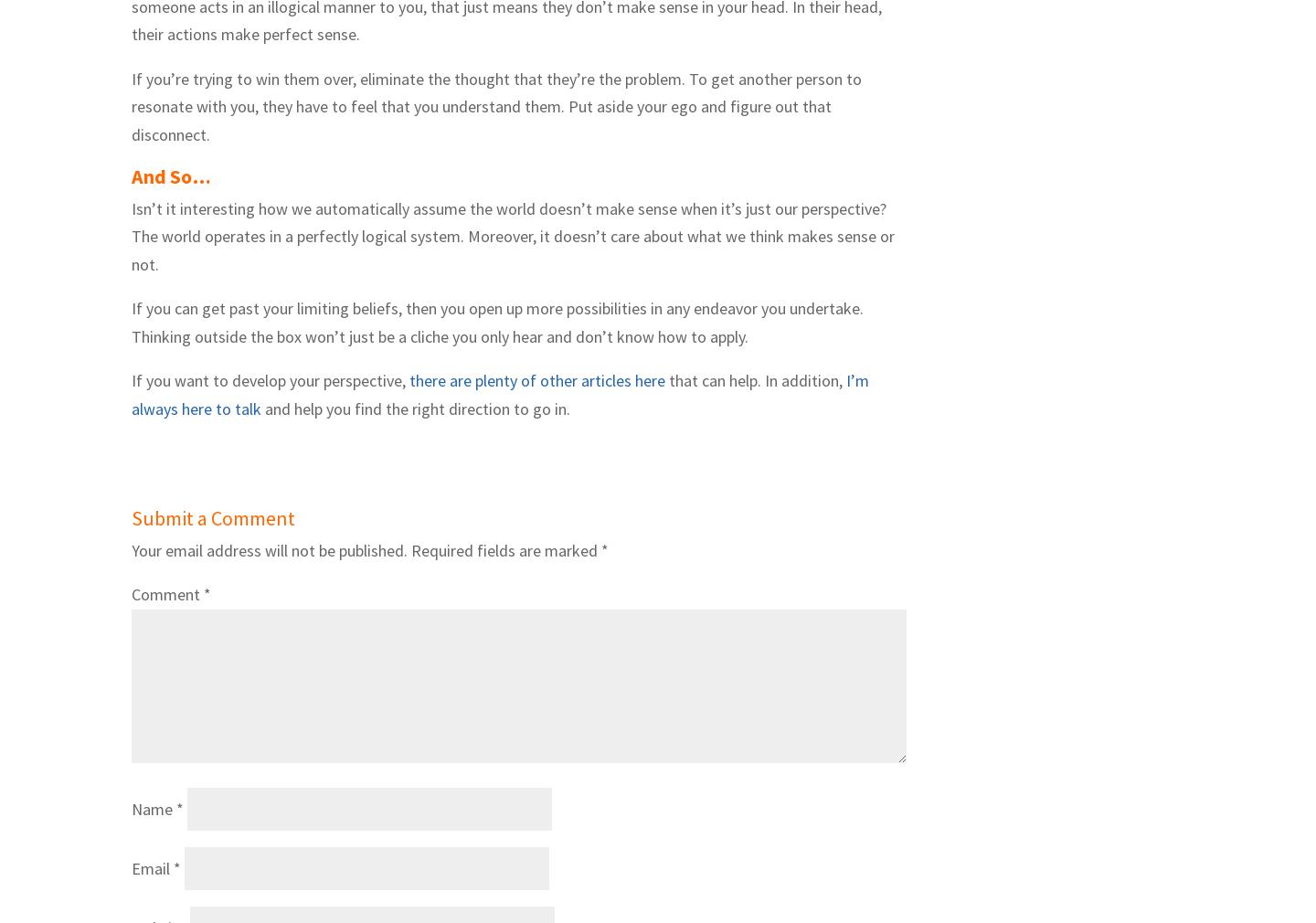 This screenshot has width=1316, height=923. Describe the element at coordinates (153, 809) in the screenshot. I see `'Name'` at that location.